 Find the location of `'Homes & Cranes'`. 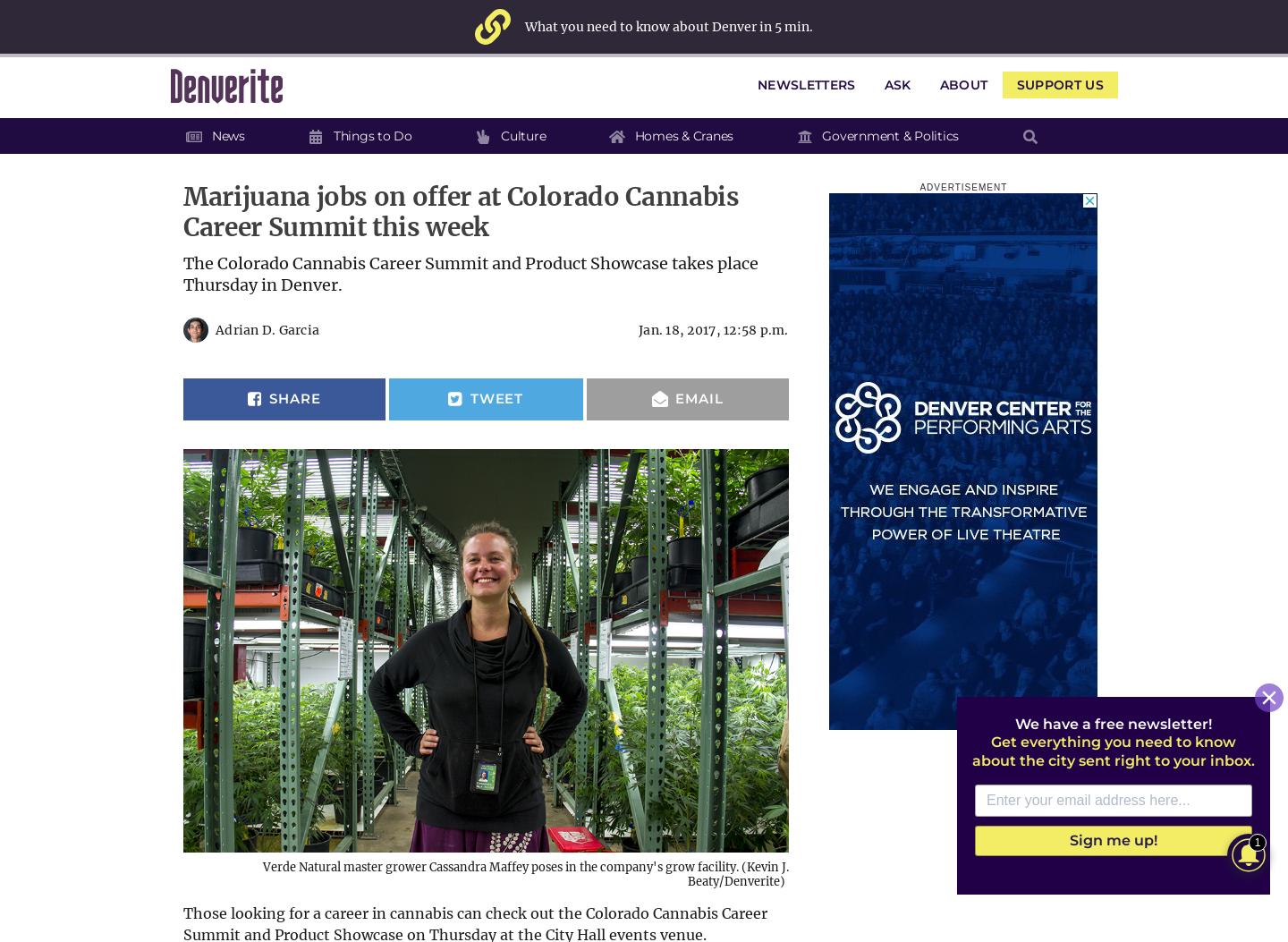

'Homes & Cranes' is located at coordinates (682, 134).